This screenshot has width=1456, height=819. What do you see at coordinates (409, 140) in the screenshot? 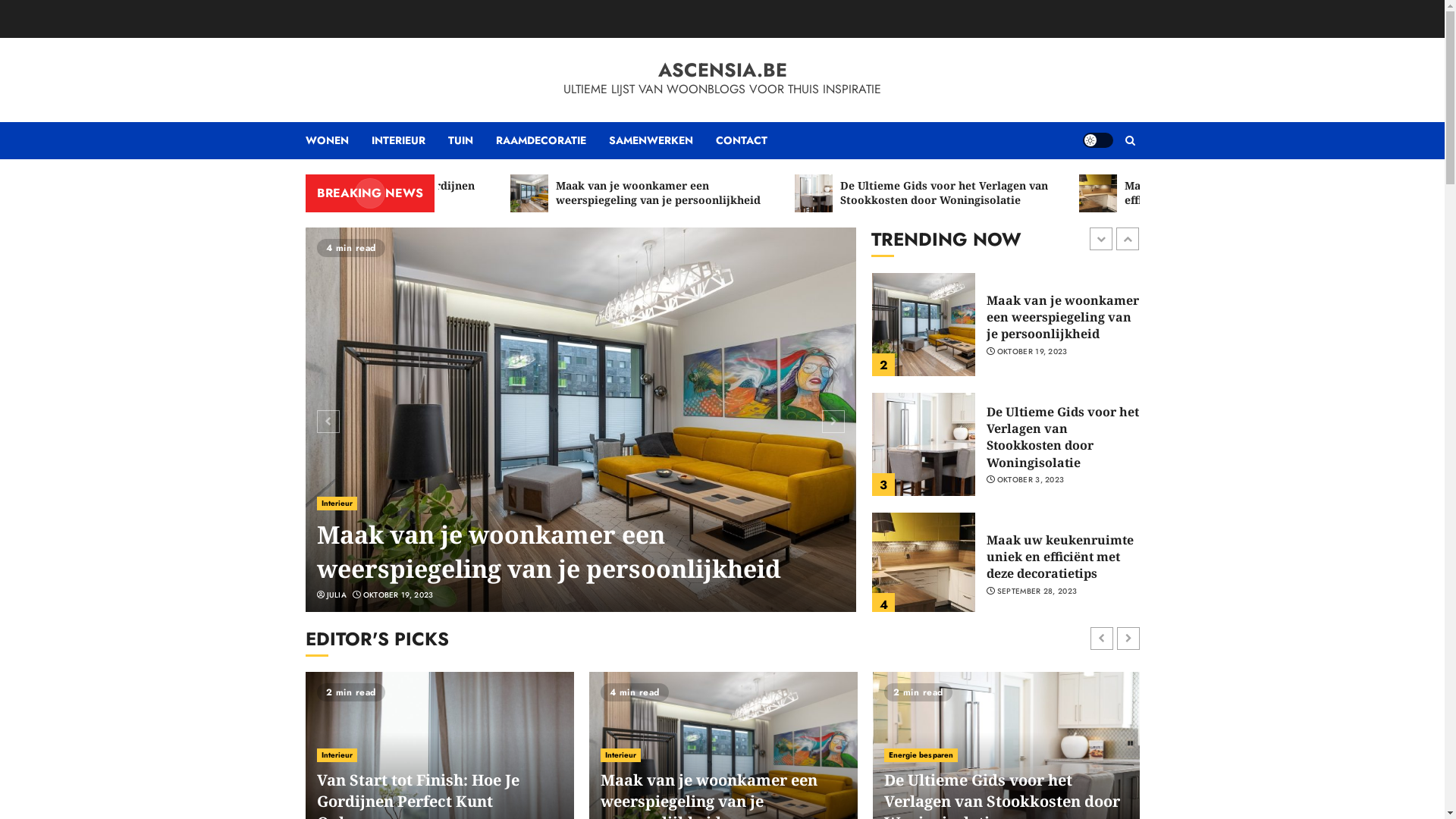
I see `'INTERIEUR'` at bounding box center [409, 140].